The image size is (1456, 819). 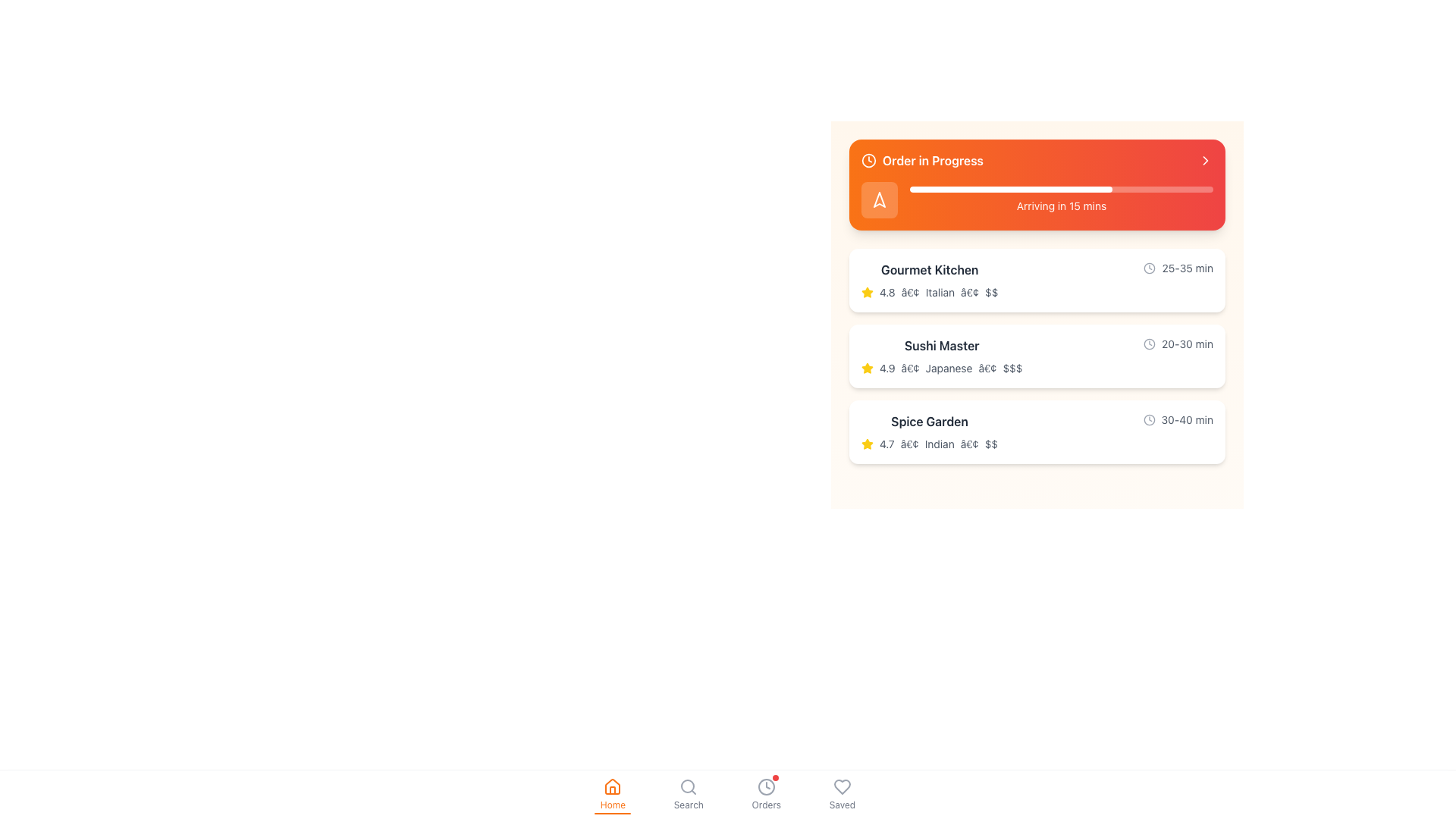 What do you see at coordinates (867, 444) in the screenshot?
I see `the rating indicator icon located to the left of the text '4.7' under the 'Spice Garden' entry in the third card below the 'Order in Progress' banner` at bounding box center [867, 444].